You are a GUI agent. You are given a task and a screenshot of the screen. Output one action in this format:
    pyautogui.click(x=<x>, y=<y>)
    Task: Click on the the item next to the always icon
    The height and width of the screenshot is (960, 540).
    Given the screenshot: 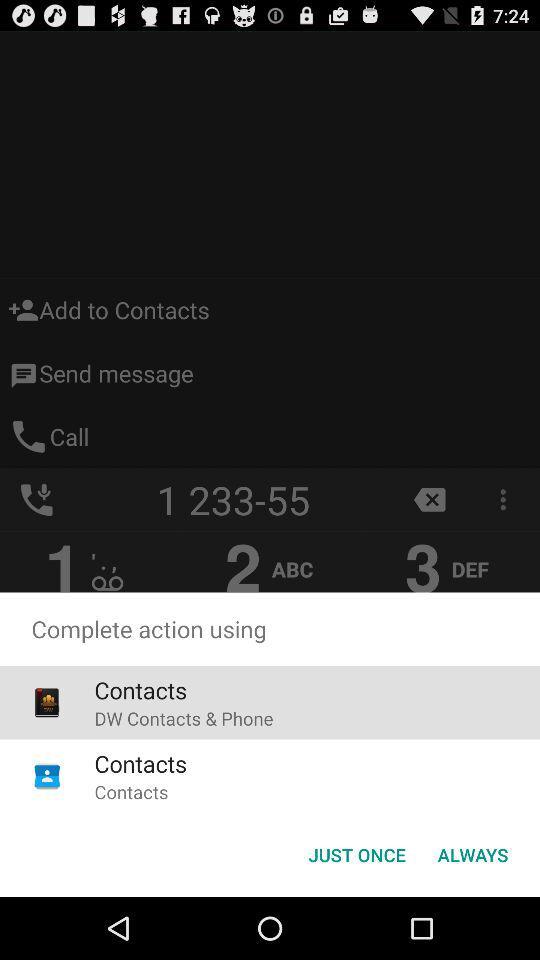 What is the action you would take?
    pyautogui.click(x=356, y=853)
    